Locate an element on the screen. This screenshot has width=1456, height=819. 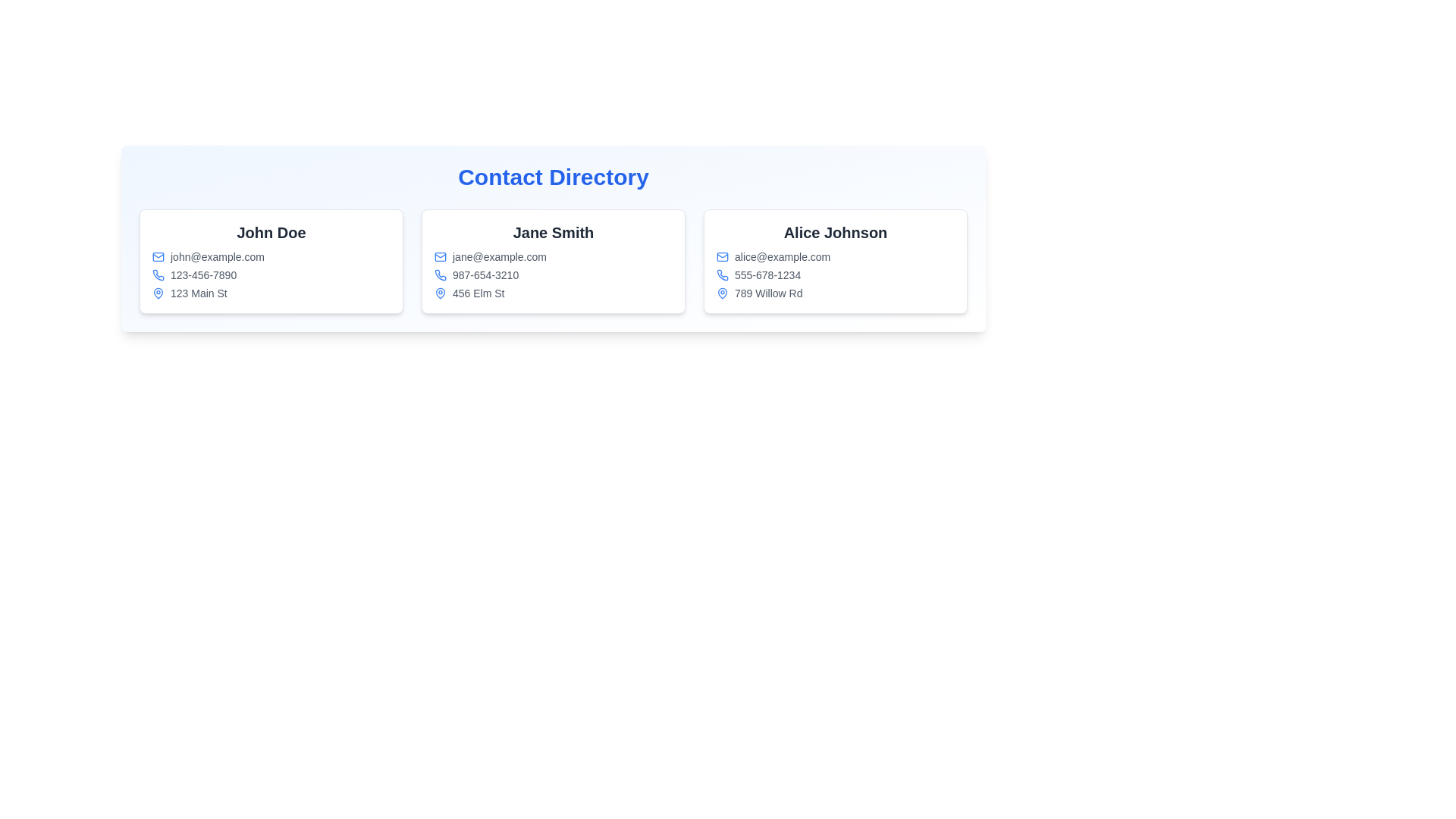
the mail icon graphical component in the first card labeled 'John Doe' within the 'Contact Directory' interface is located at coordinates (158, 256).